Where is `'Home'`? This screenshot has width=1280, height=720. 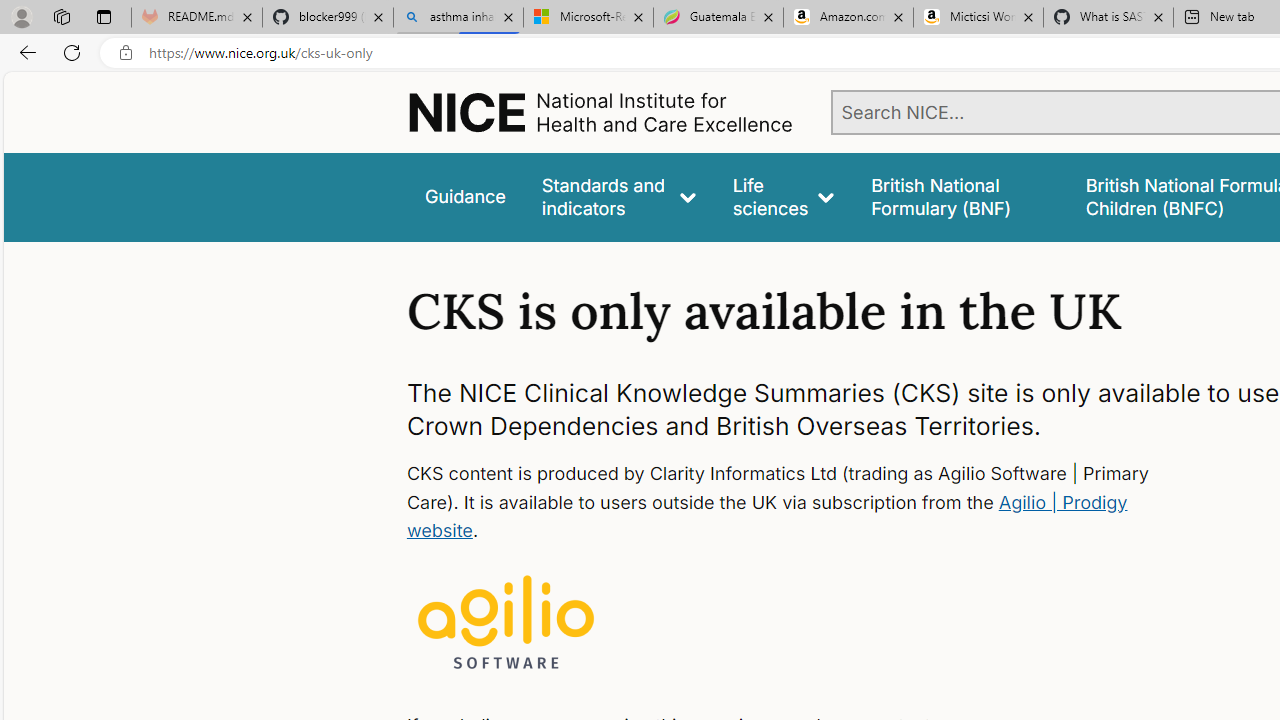
'Home' is located at coordinates (599, 112).